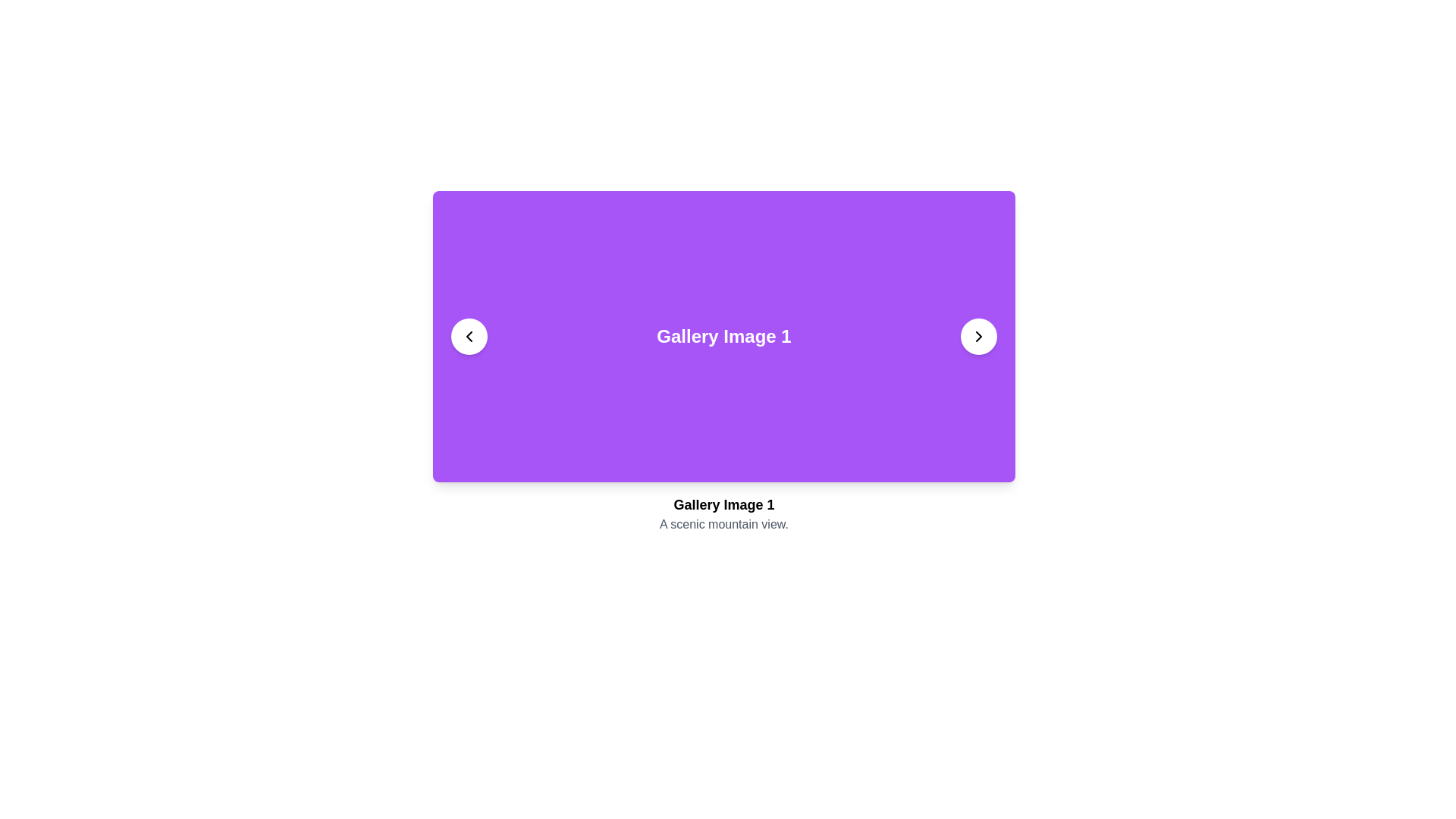 The width and height of the screenshot is (1456, 819). Describe the element at coordinates (979, 335) in the screenshot. I see `the small right-pointing chevron icon located within a circular button on the right side of the purple panel labeled 'Gallery Image 1'` at that location.